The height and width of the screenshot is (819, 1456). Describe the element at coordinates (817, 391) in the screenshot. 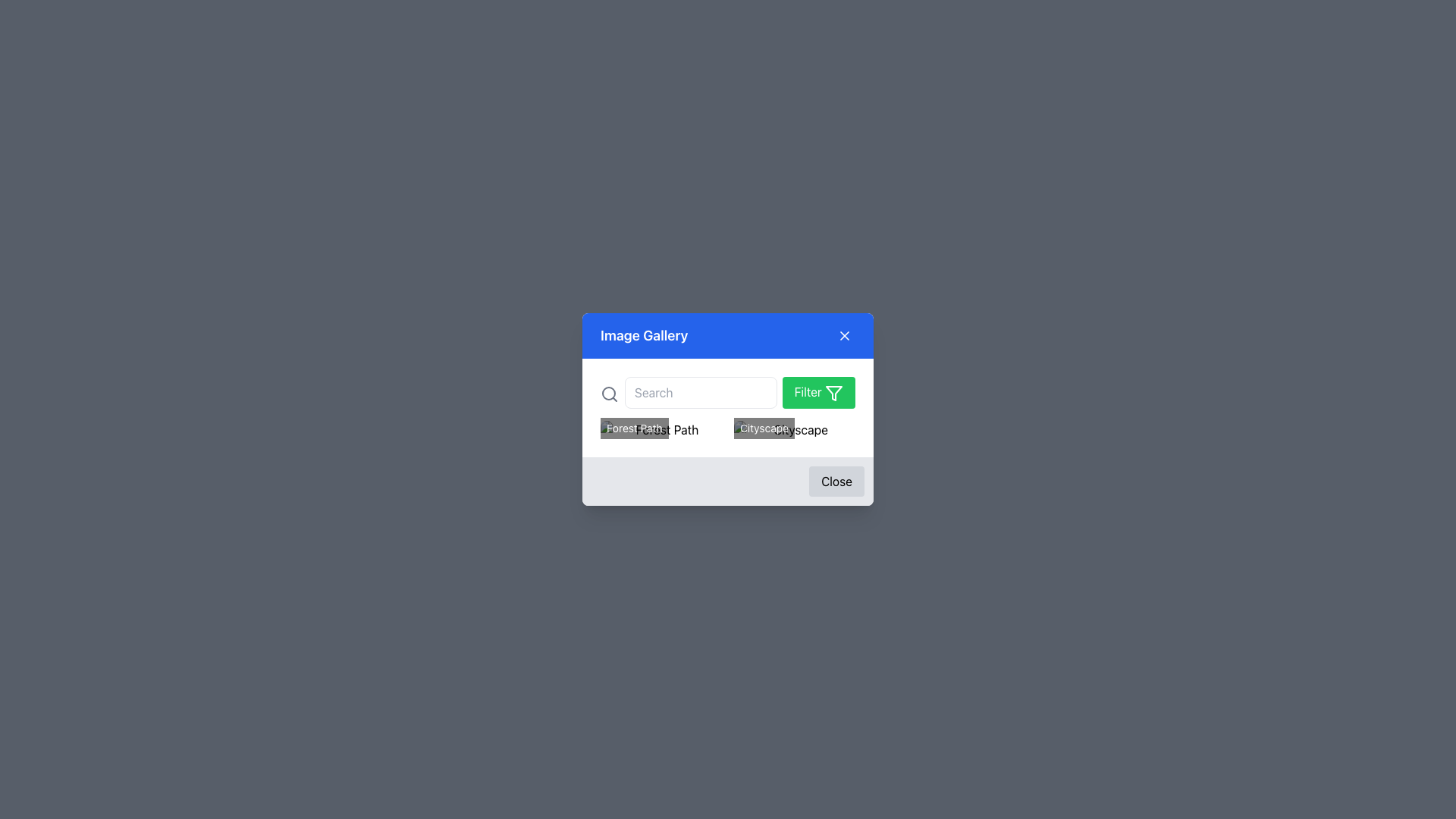

I see `the 'Filter' button located on the right side of the 'Image Gallery' dialog box for keyboard interaction` at that location.